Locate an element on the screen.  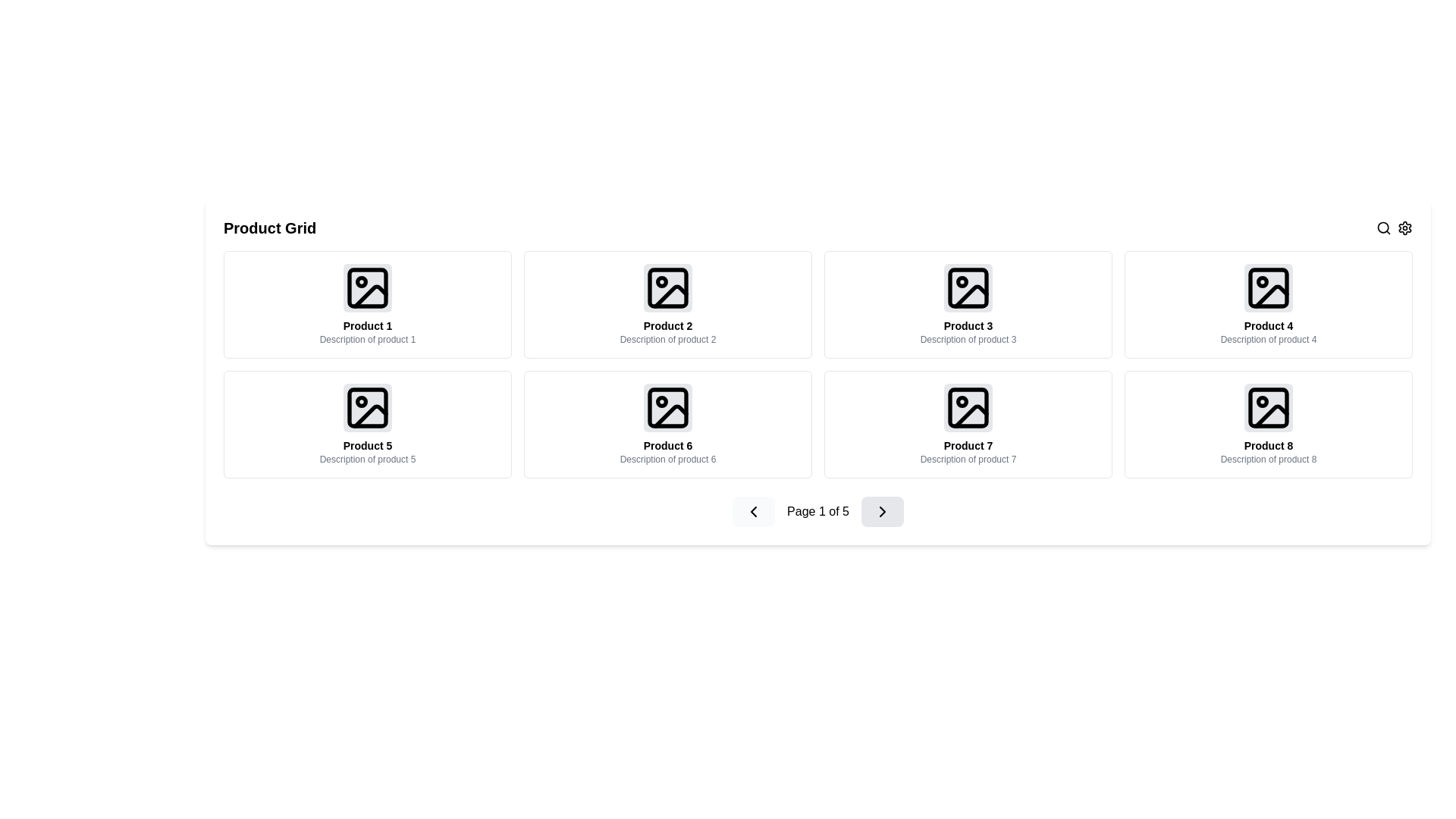
SVG rectangle element with a black border and light gray fill, located in the 'Product 7' icon in the second row and third column of the grid layout is located at coordinates (967, 406).